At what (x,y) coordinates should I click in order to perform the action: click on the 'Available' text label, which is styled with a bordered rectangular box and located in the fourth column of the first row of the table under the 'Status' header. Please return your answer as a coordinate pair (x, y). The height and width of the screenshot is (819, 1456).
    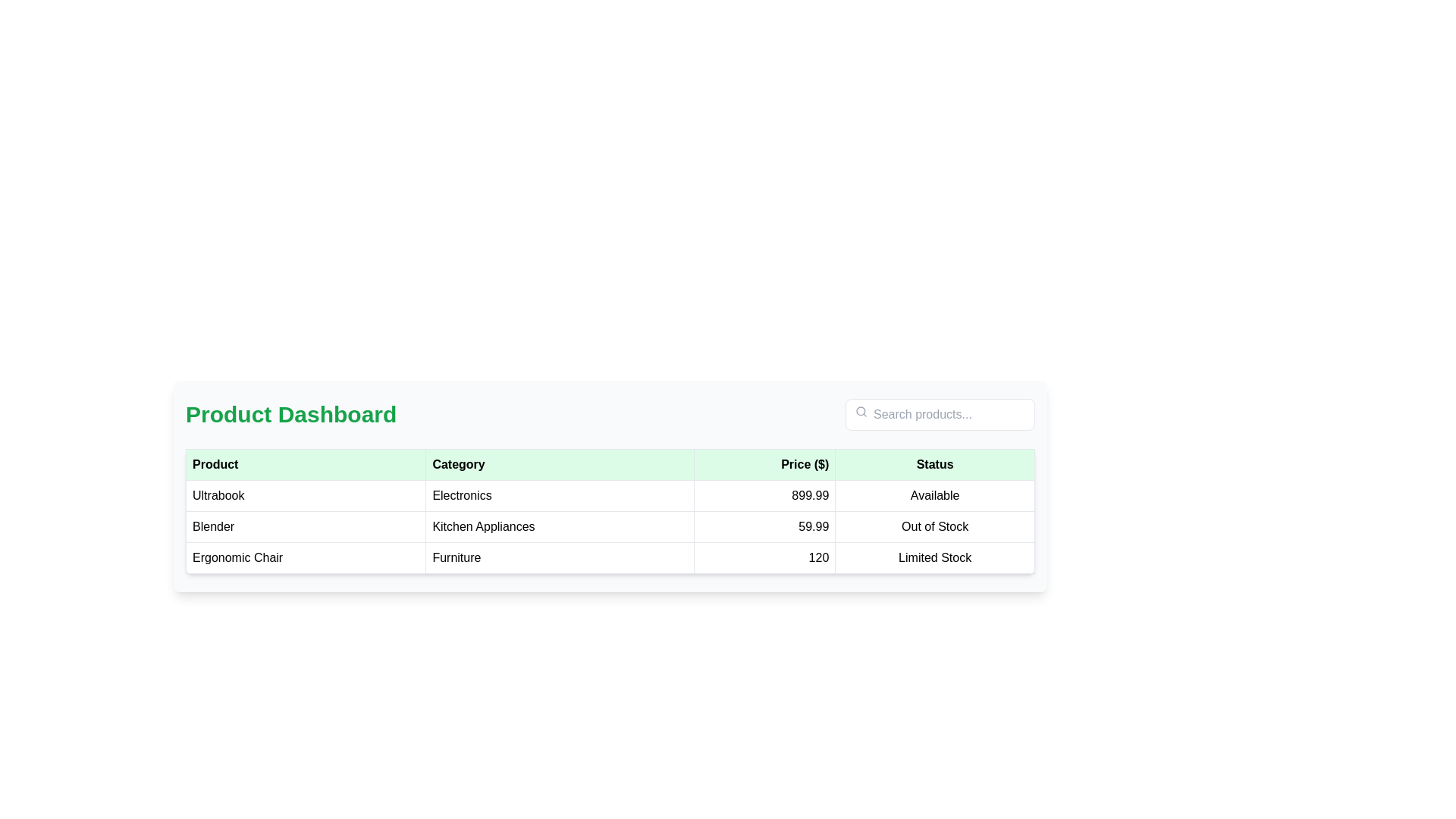
    Looking at the image, I should click on (934, 496).